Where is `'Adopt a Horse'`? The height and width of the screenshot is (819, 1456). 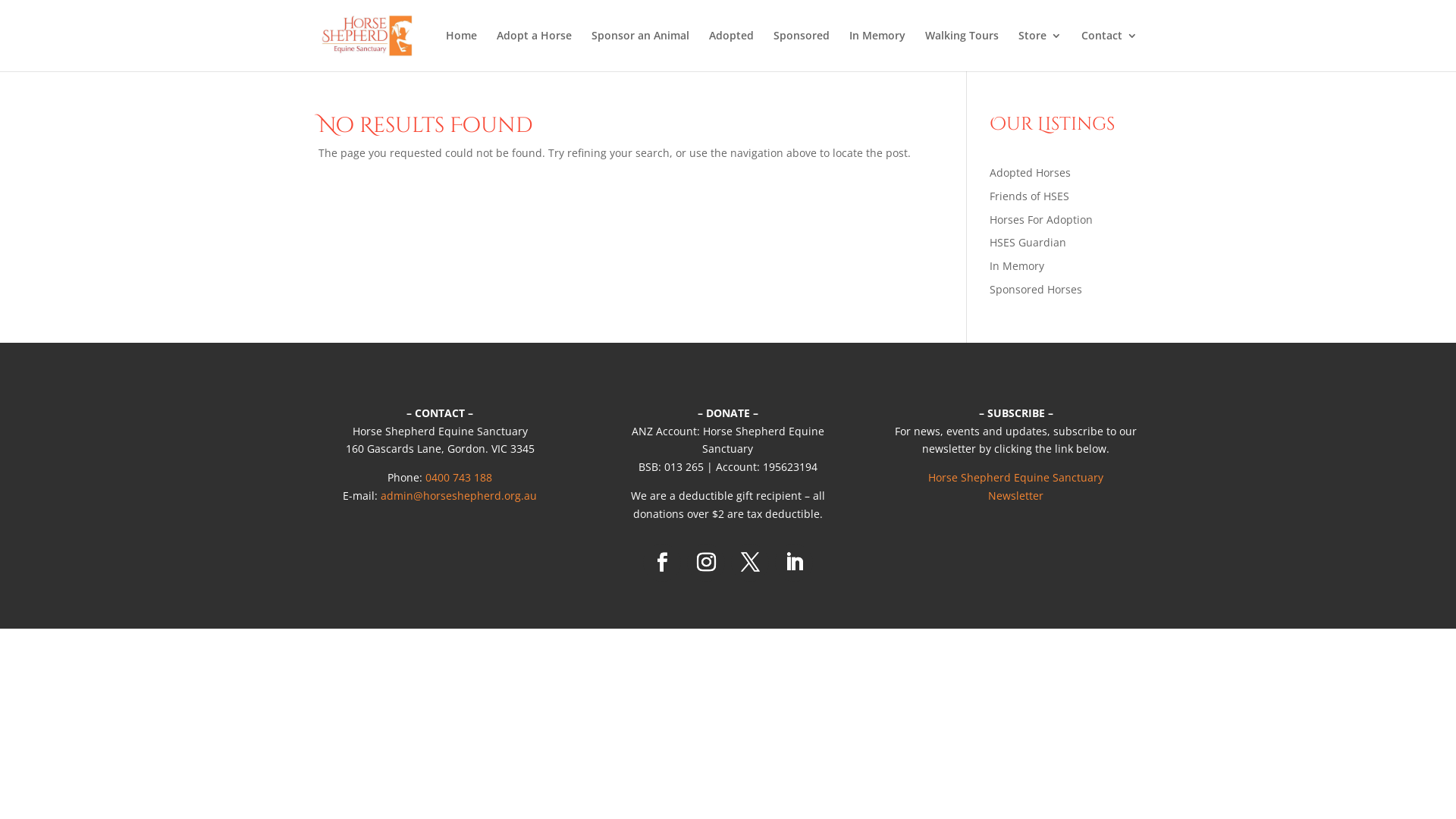 'Adopt a Horse' is located at coordinates (534, 49).